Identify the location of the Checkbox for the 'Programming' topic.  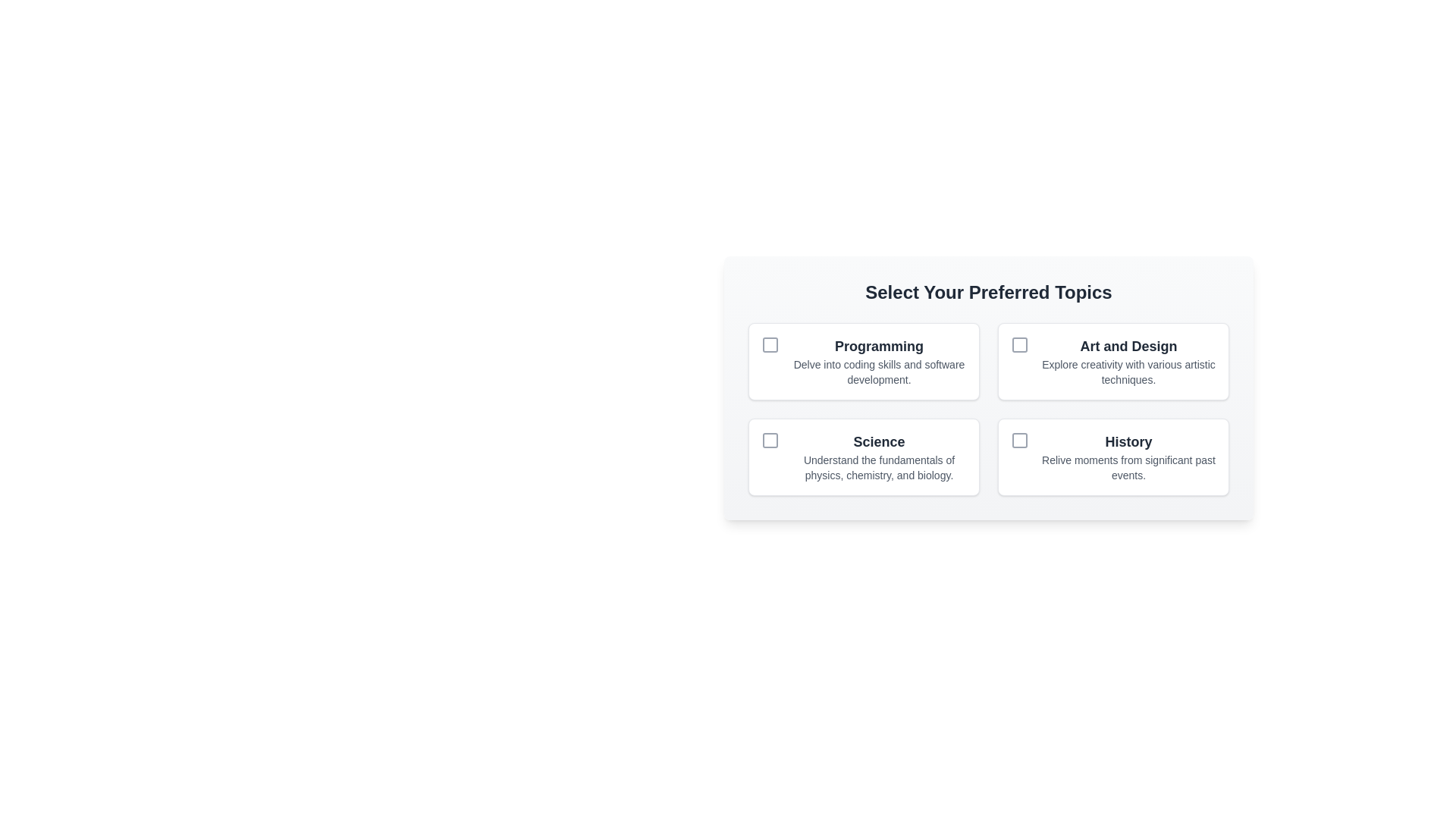
(770, 345).